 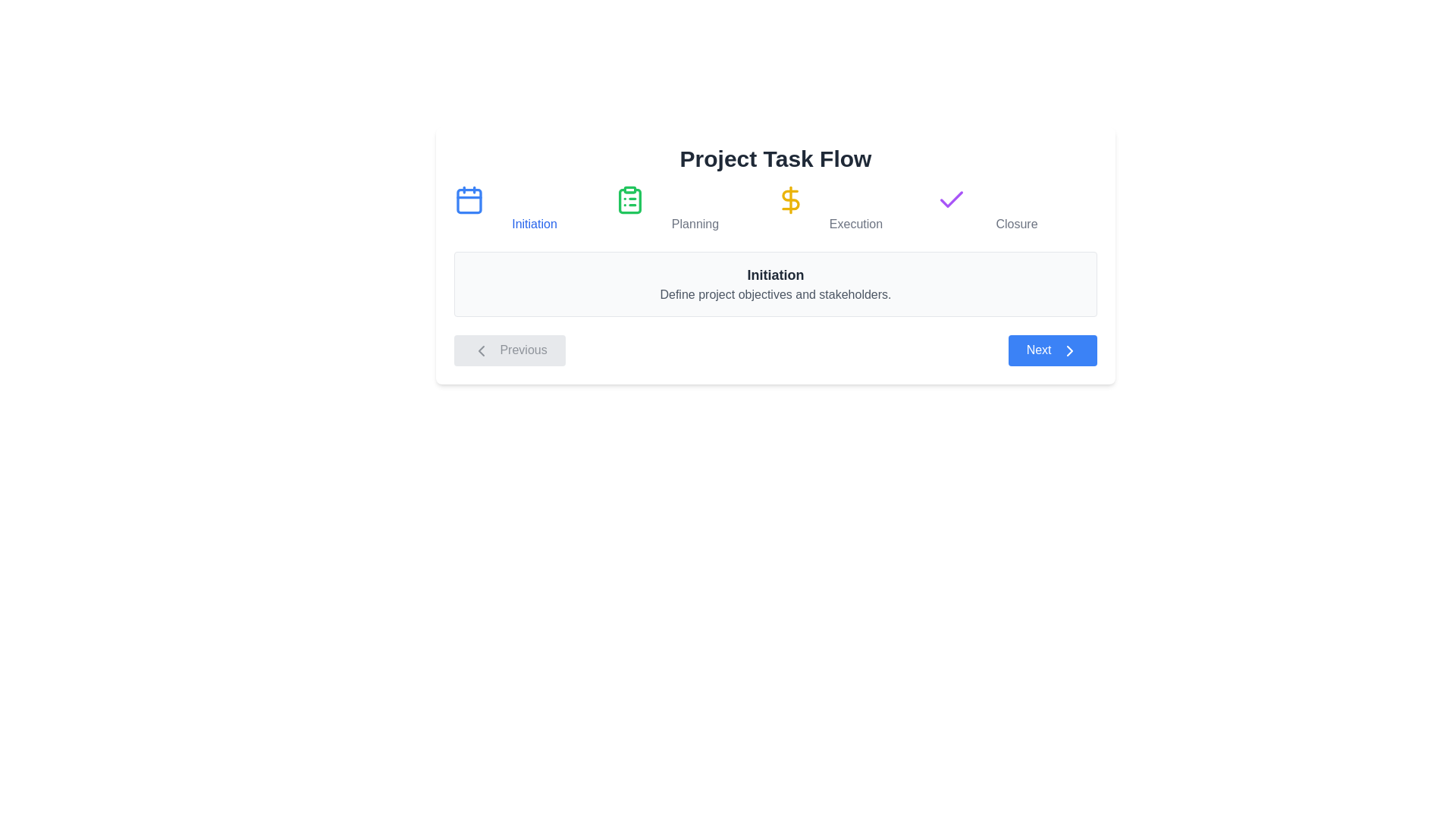 I want to click on the 'Planning' icon located in the navigation bar under 'Project Task Flow', so click(x=629, y=199).